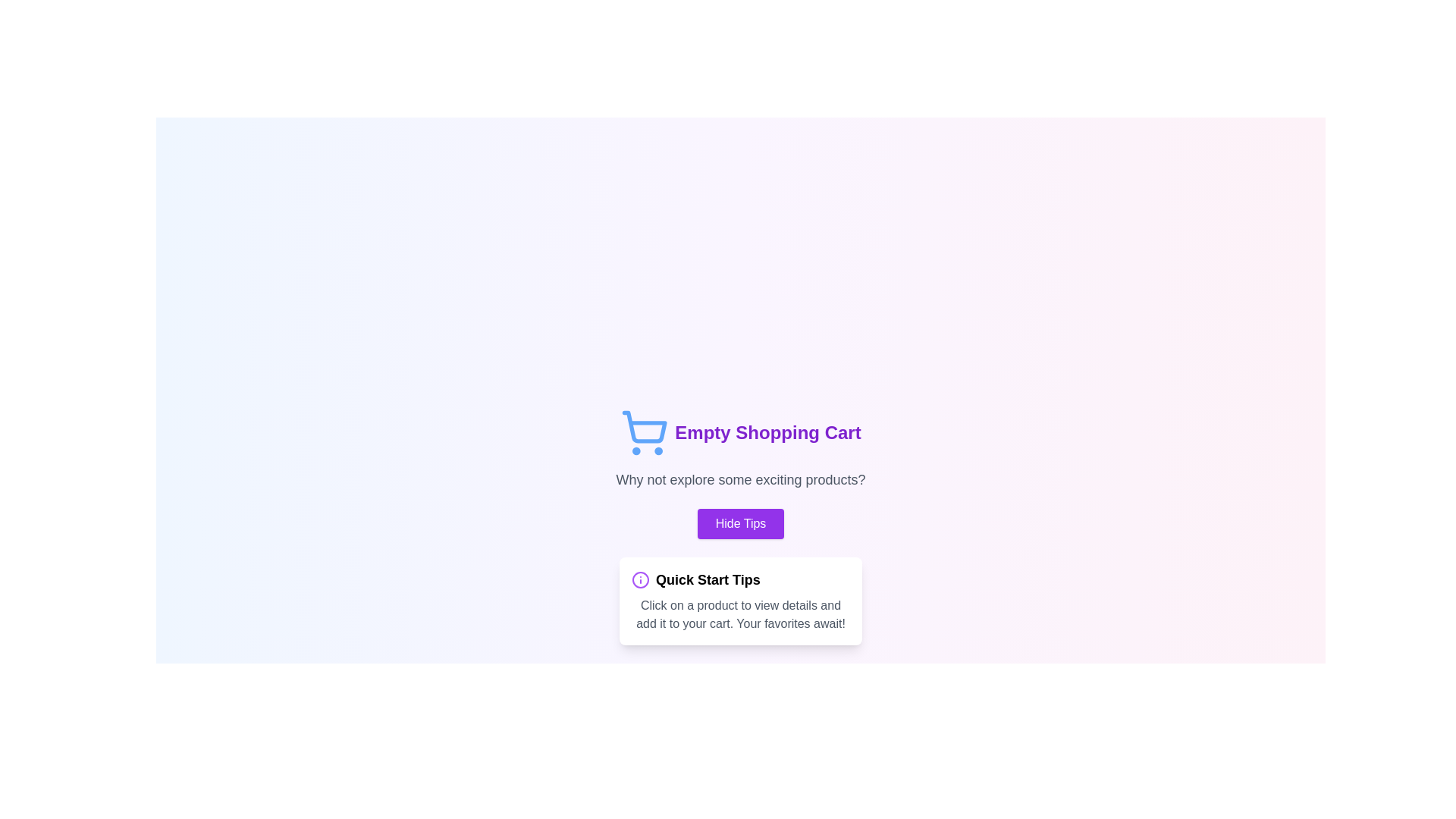 The image size is (1456, 819). What do you see at coordinates (767, 432) in the screenshot?
I see `the text label displaying 'Empty Shopping Cart', which is styled in bold, large purple font and is centrally located above interactive content` at bounding box center [767, 432].